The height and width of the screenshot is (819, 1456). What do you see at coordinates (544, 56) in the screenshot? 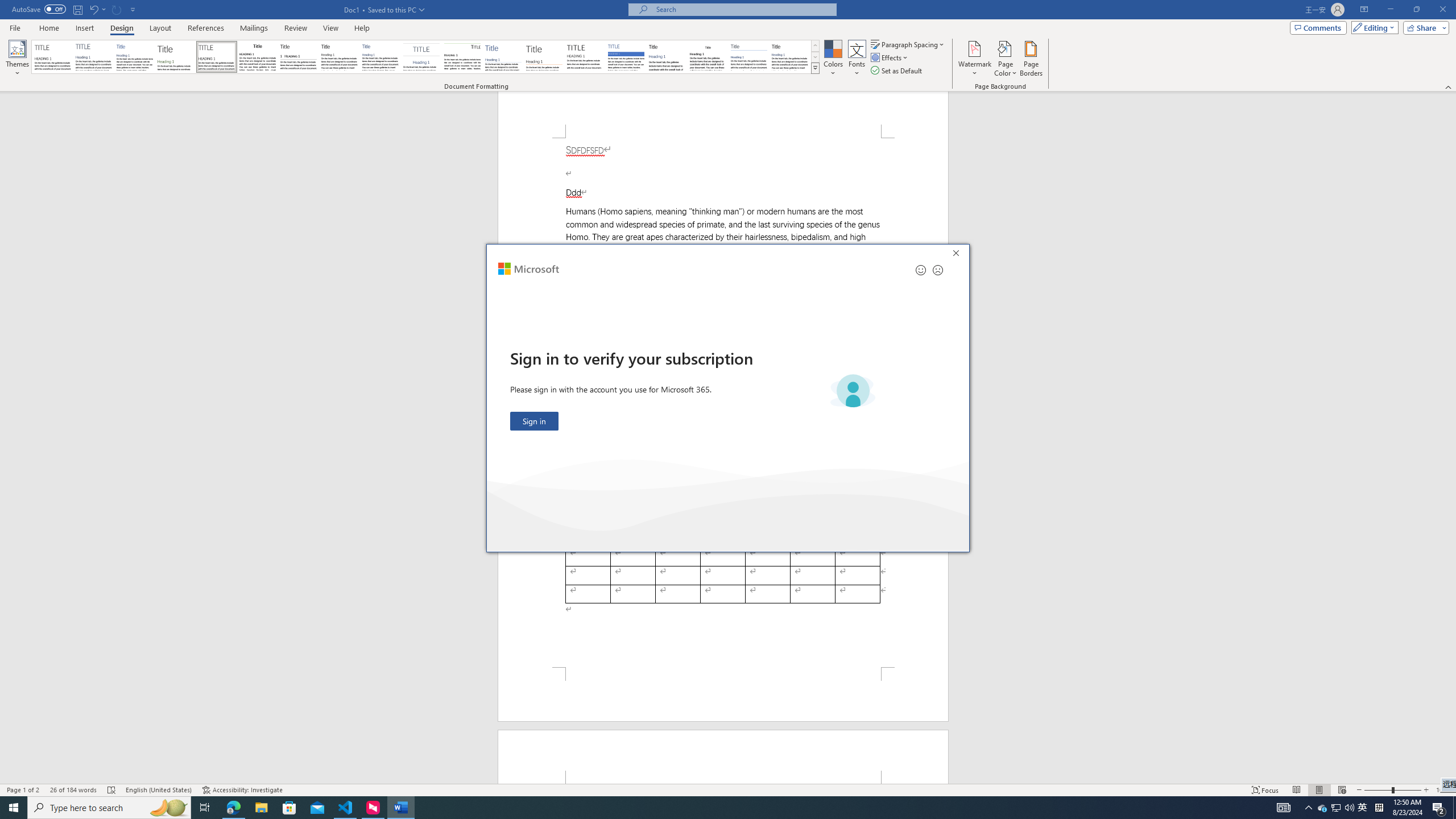
I see `'Lines (Stylish)'` at bounding box center [544, 56].